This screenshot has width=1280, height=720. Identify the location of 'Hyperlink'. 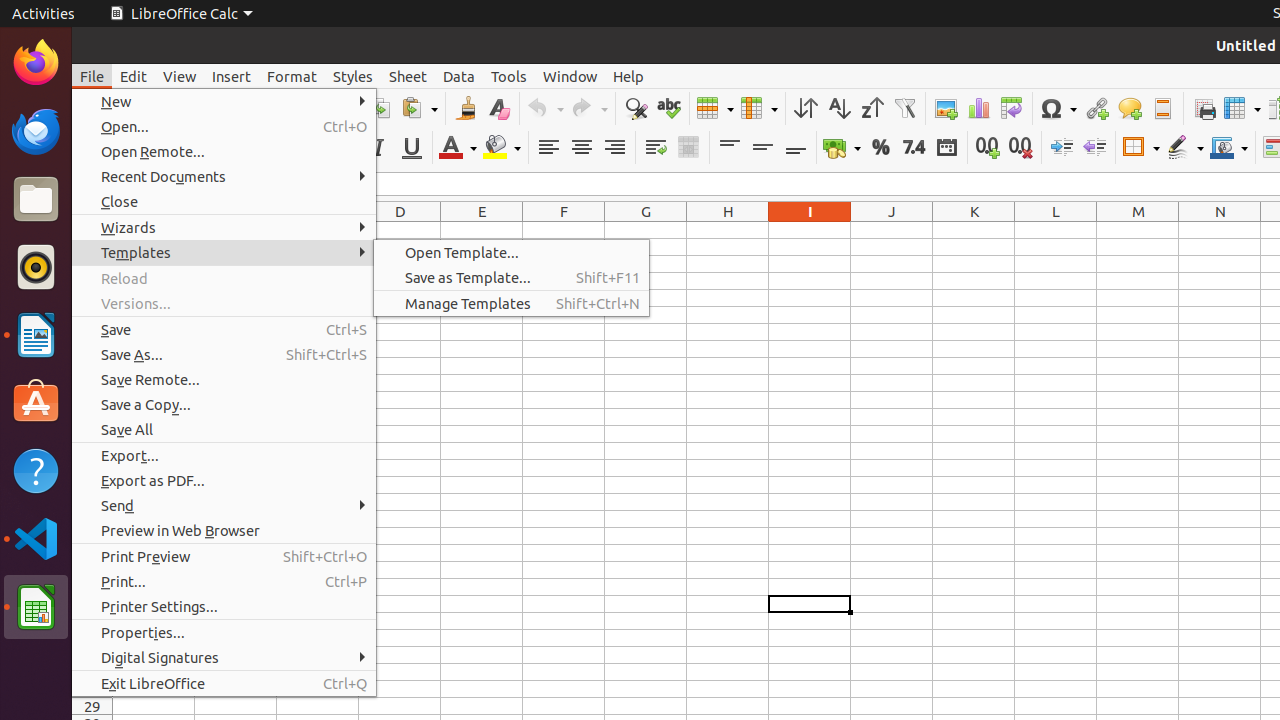
(1095, 108).